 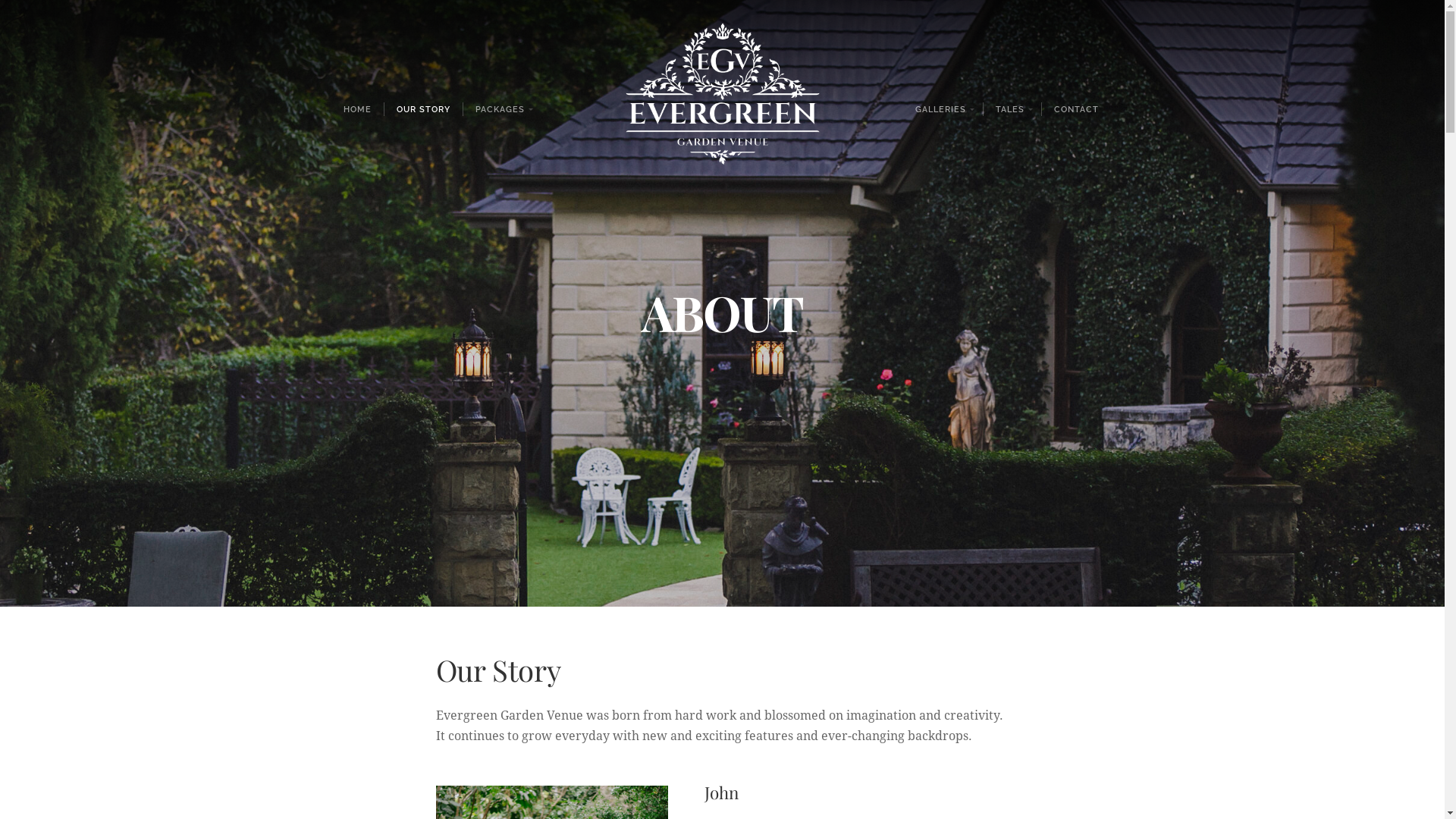 I want to click on 'GALLERIES', so click(x=942, y=108).